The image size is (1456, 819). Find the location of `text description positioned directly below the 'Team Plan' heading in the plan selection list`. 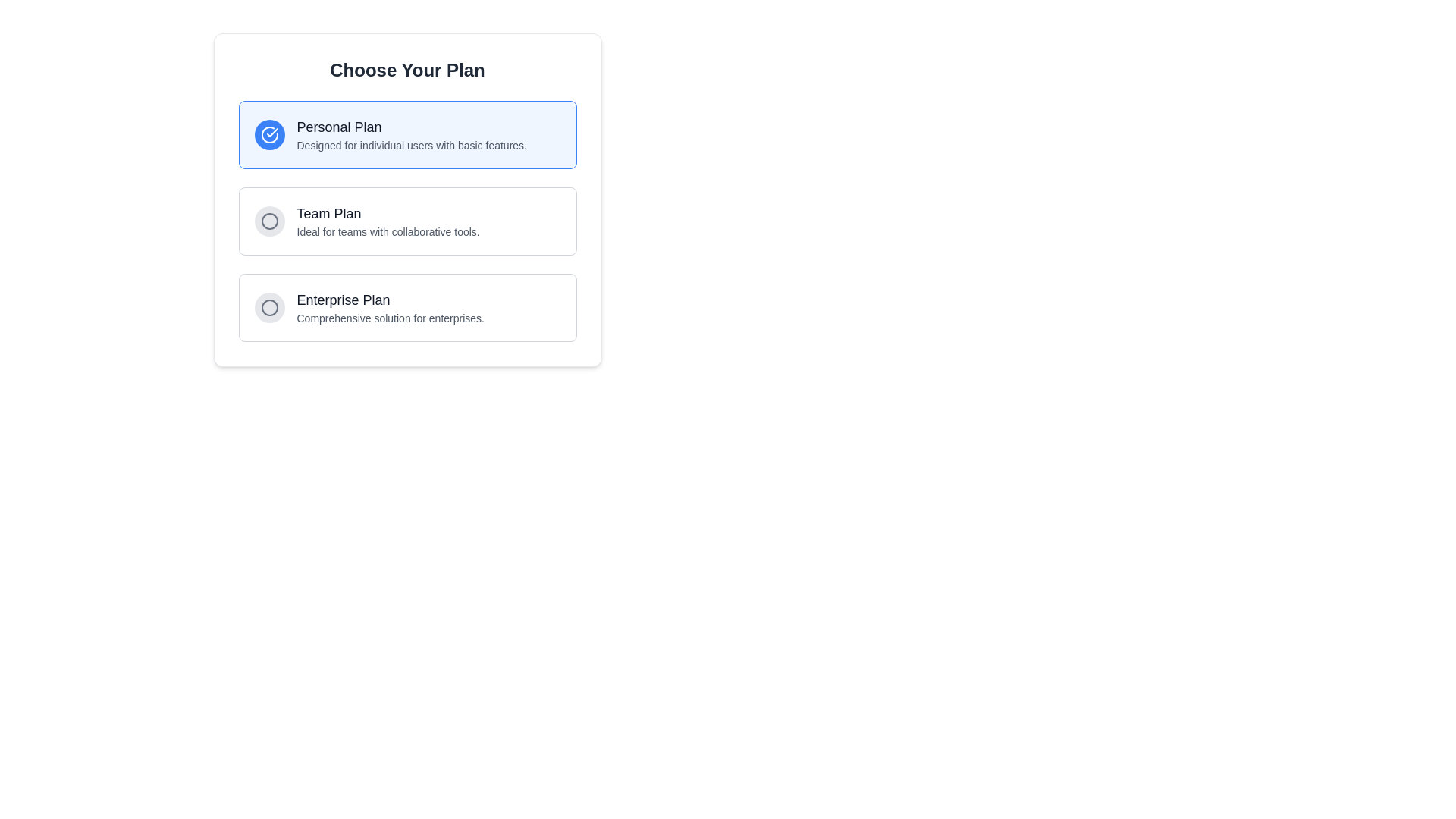

text description positioned directly below the 'Team Plan' heading in the plan selection list is located at coordinates (388, 231).